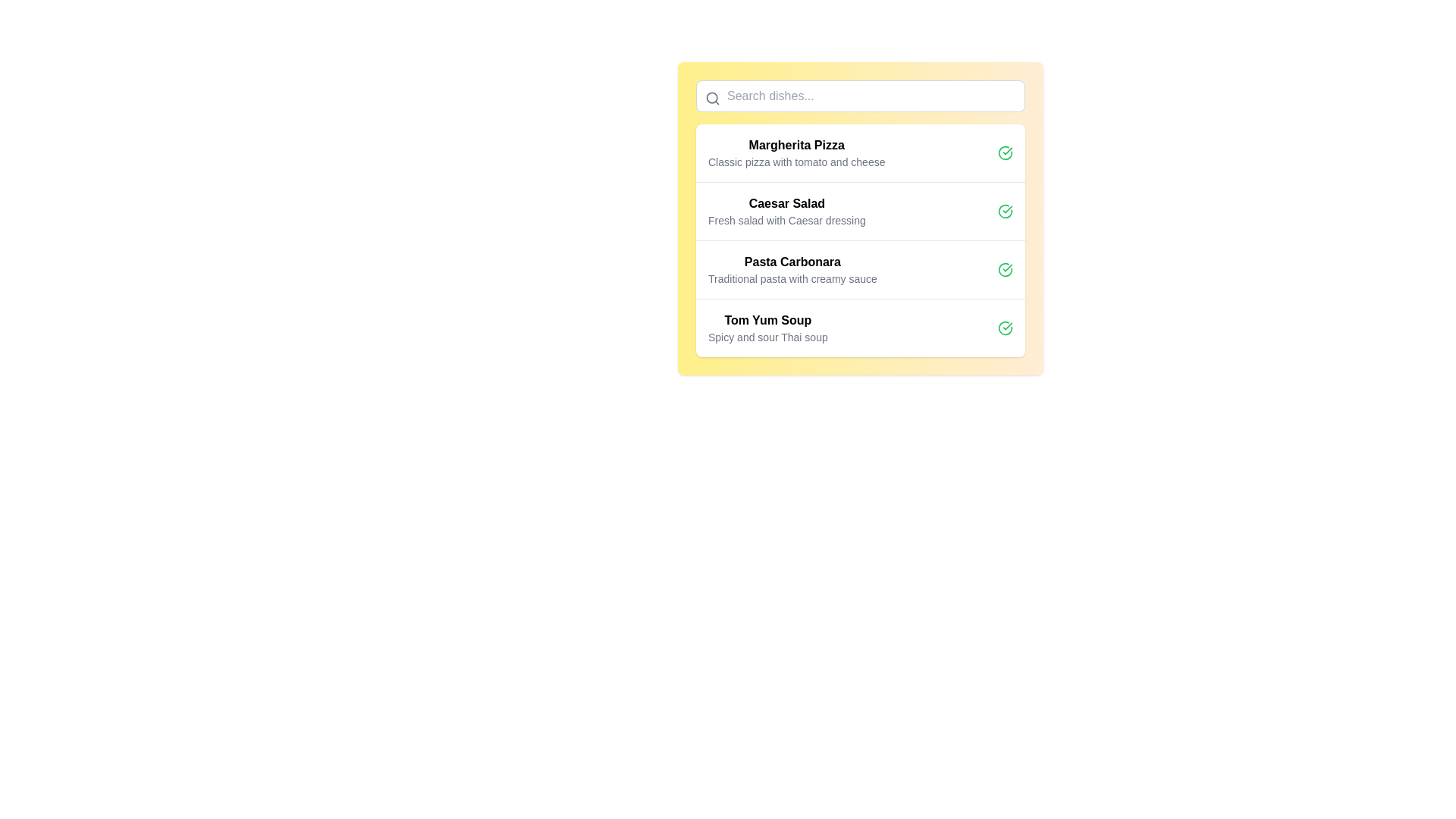 The image size is (1456, 819). Describe the element at coordinates (786, 220) in the screenshot. I see `the text element displaying 'Fresh salad with Caesar dressing' located beneath the title 'Caesar Salad' in the vertically stacked list` at that location.